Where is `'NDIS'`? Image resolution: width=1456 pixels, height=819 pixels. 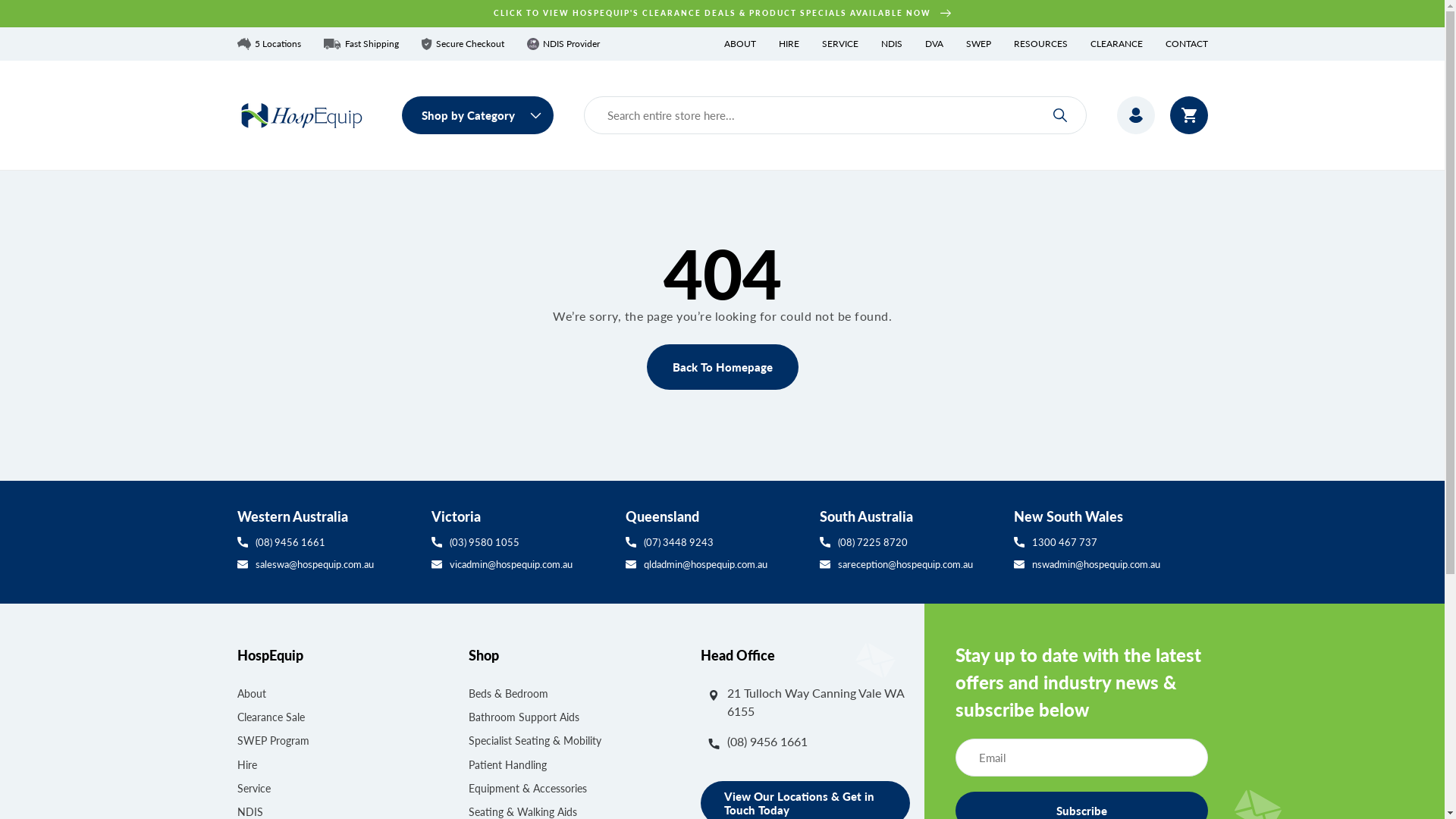
'NDIS' is located at coordinates (880, 42).